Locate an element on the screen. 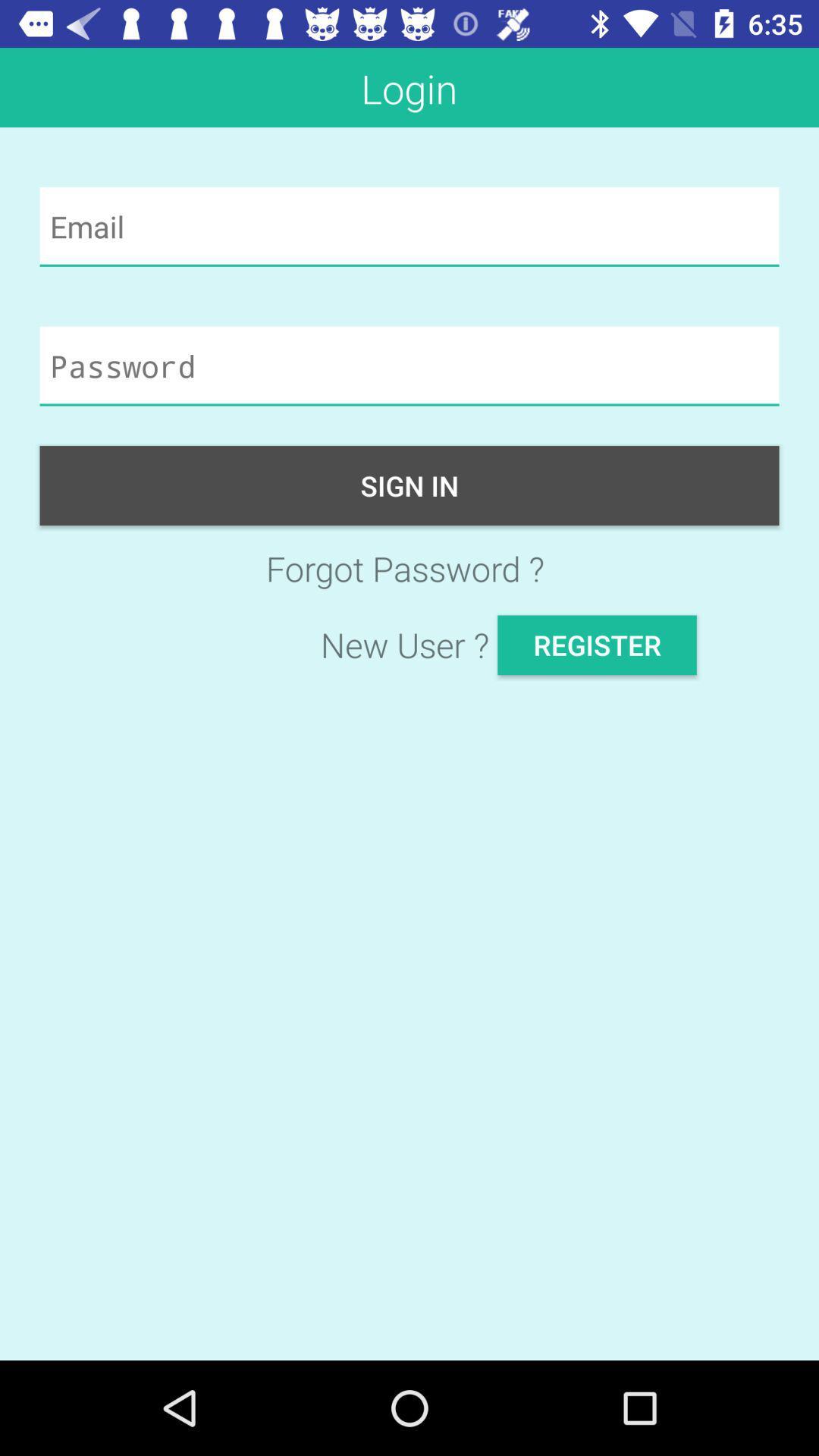 The height and width of the screenshot is (1456, 819). icon below the sign in item is located at coordinates (409, 567).